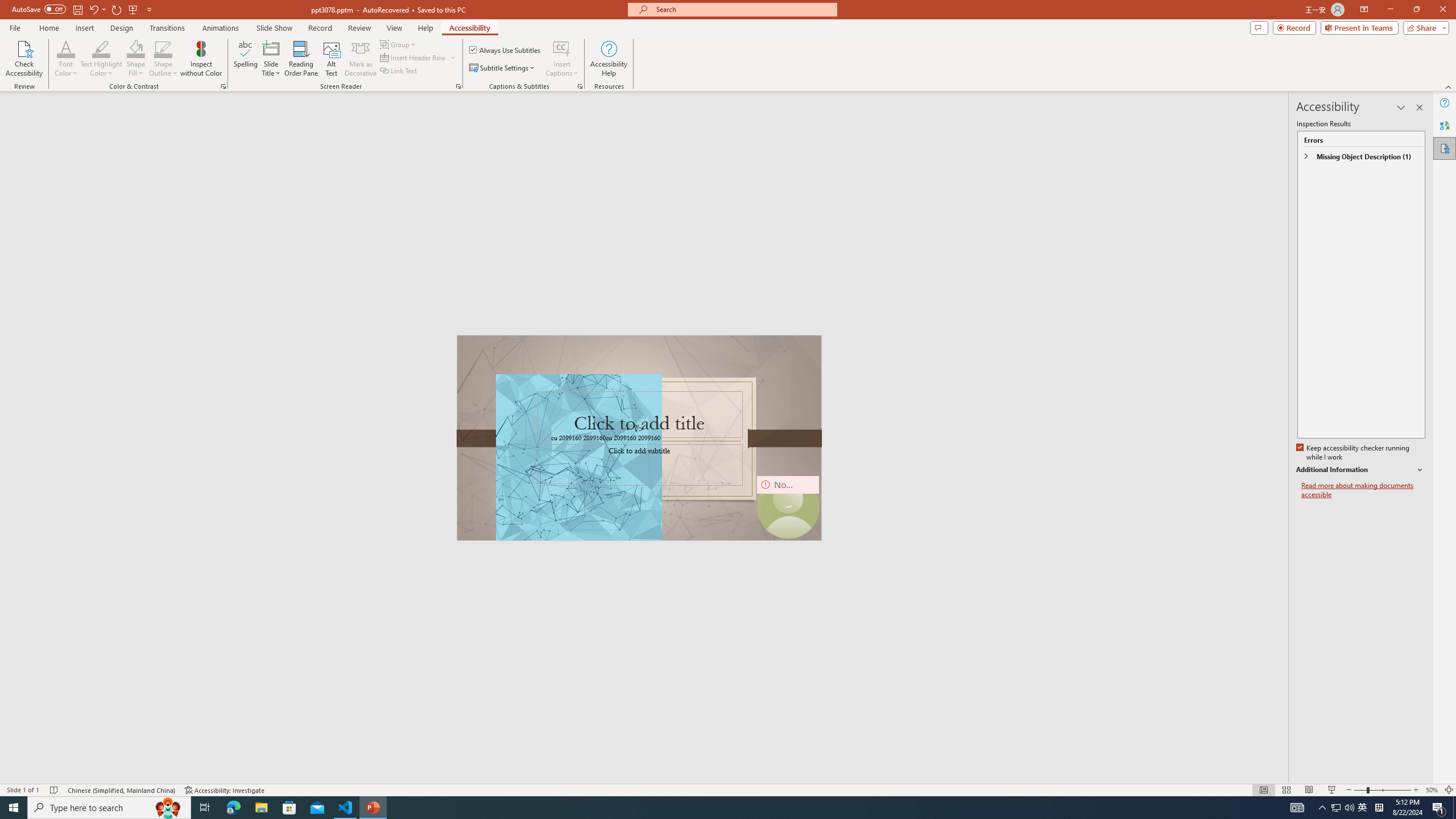  What do you see at coordinates (399, 44) in the screenshot?
I see `'Group'` at bounding box center [399, 44].